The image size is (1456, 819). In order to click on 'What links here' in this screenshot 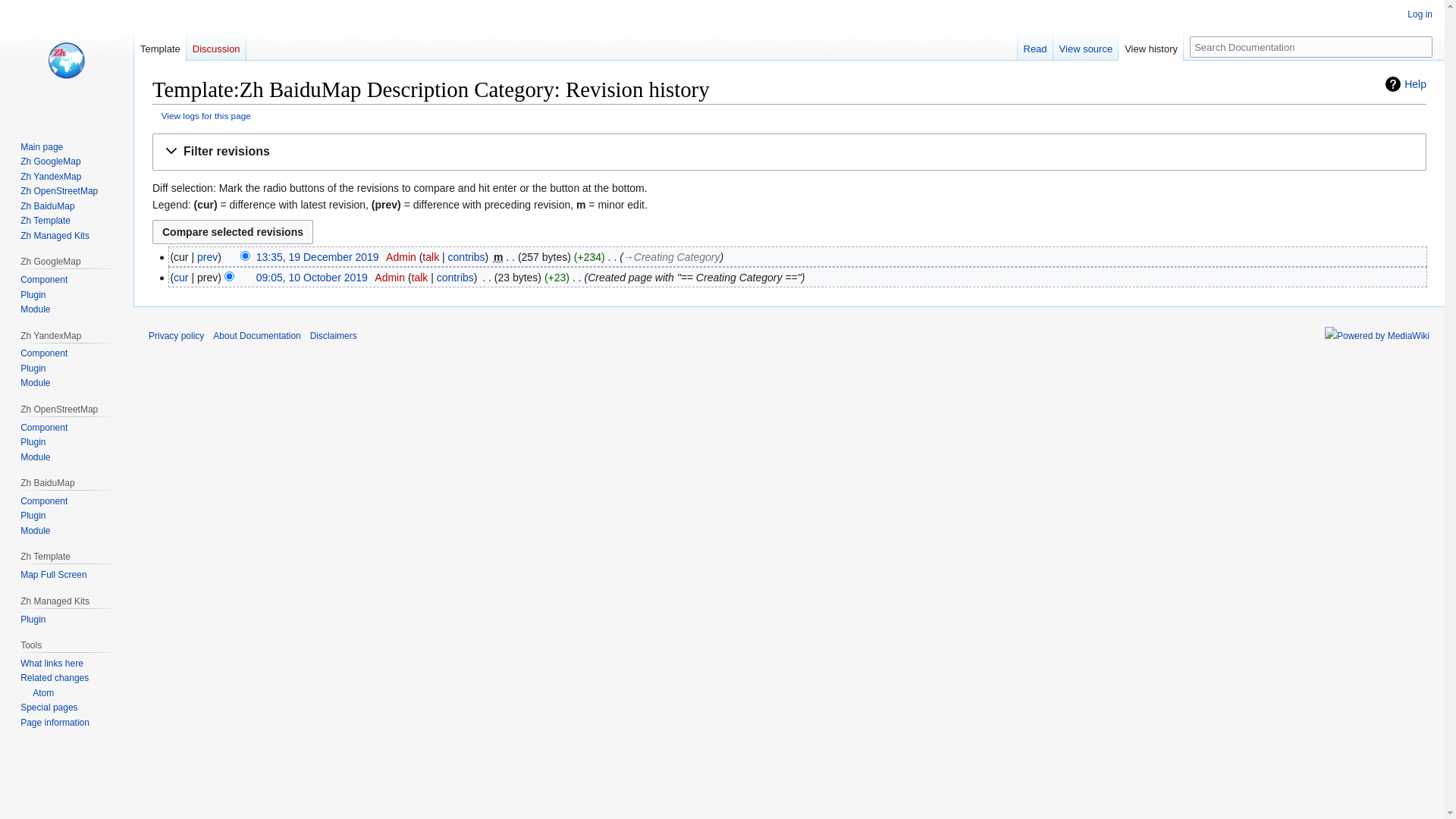, I will do `click(52, 663)`.